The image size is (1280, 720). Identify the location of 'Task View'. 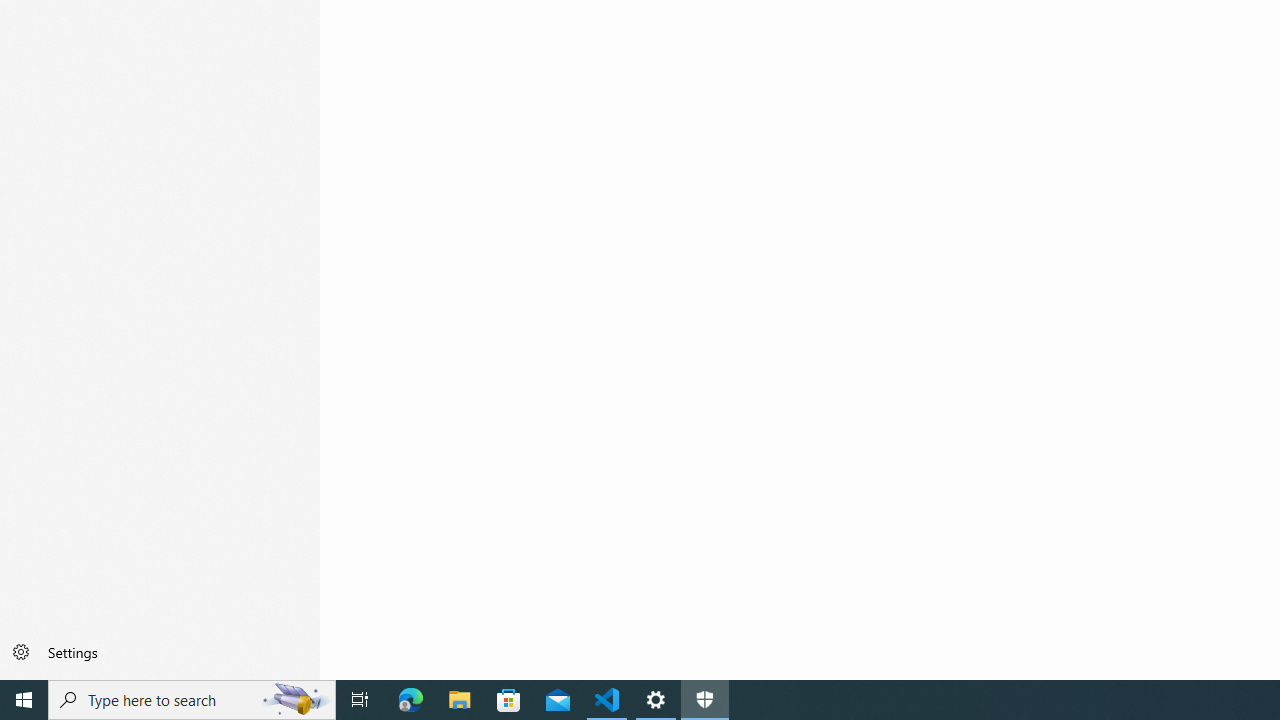
(359, 698).